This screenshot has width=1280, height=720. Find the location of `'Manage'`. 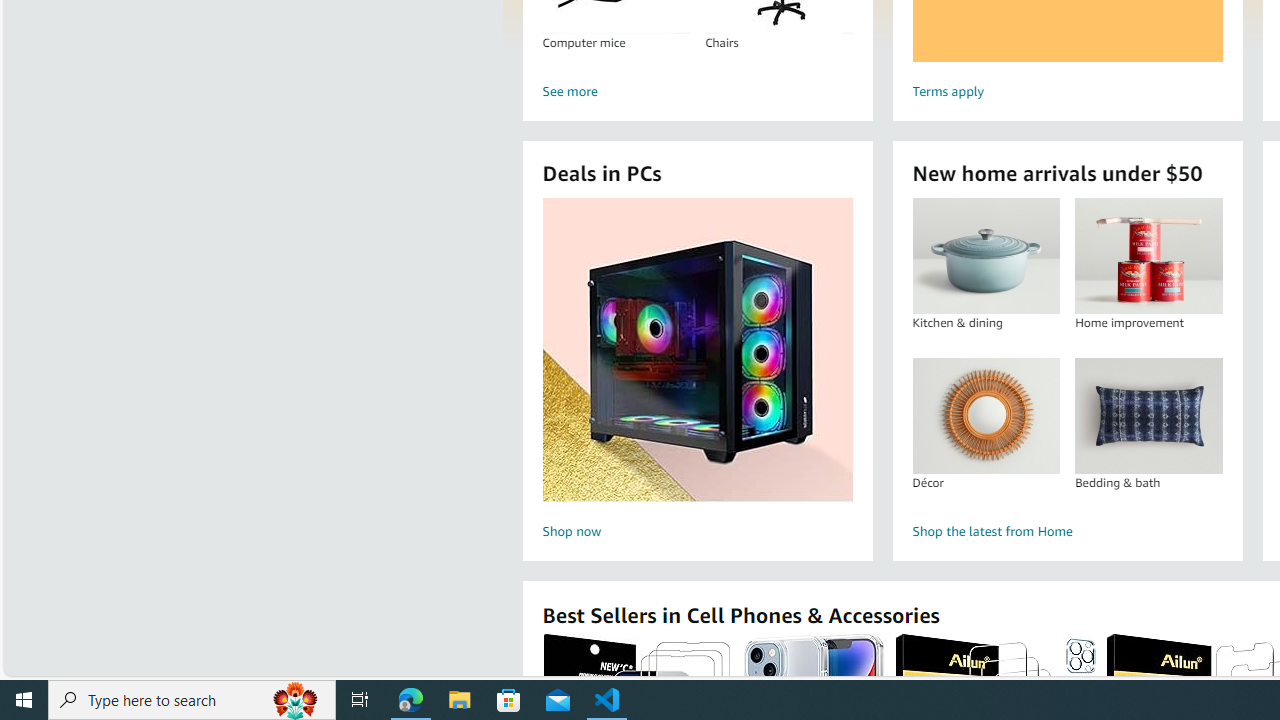

'Manage' is located at coordinates (24, 633).